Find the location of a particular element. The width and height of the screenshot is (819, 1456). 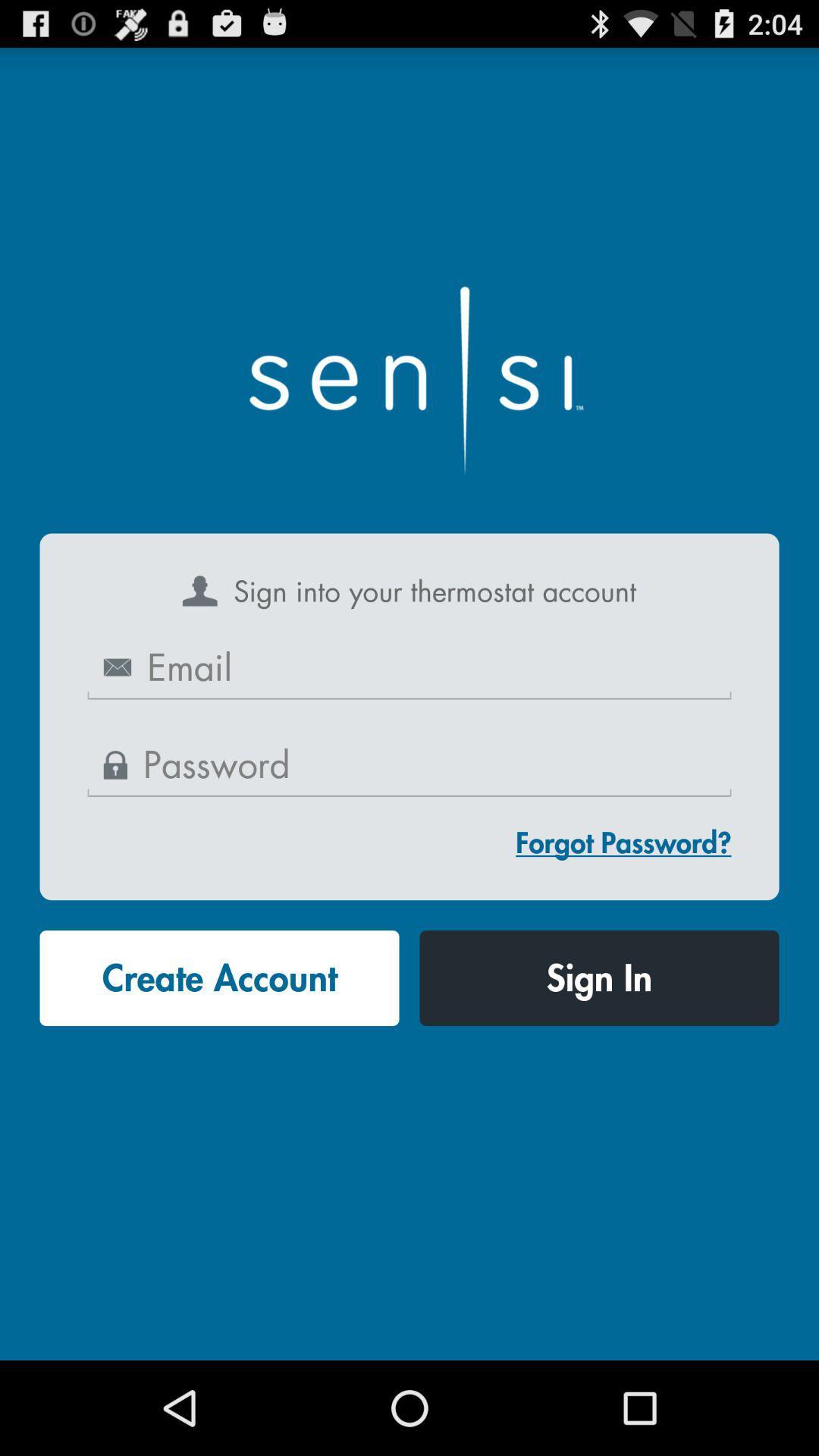

sign in button is located at coordinates (598, 978).